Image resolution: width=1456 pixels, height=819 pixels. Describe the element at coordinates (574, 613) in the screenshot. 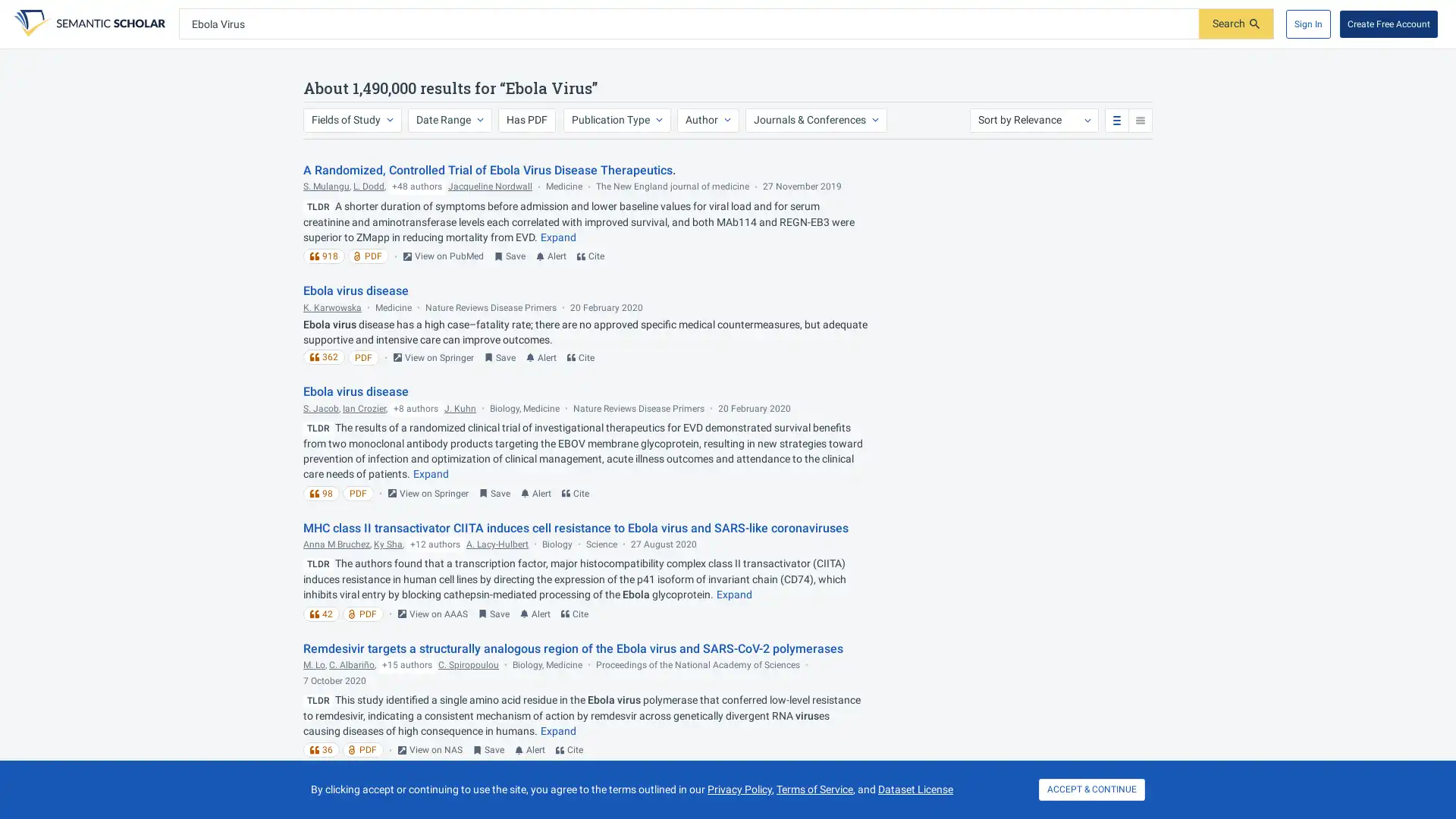

I see `Cite this paper` at that location.